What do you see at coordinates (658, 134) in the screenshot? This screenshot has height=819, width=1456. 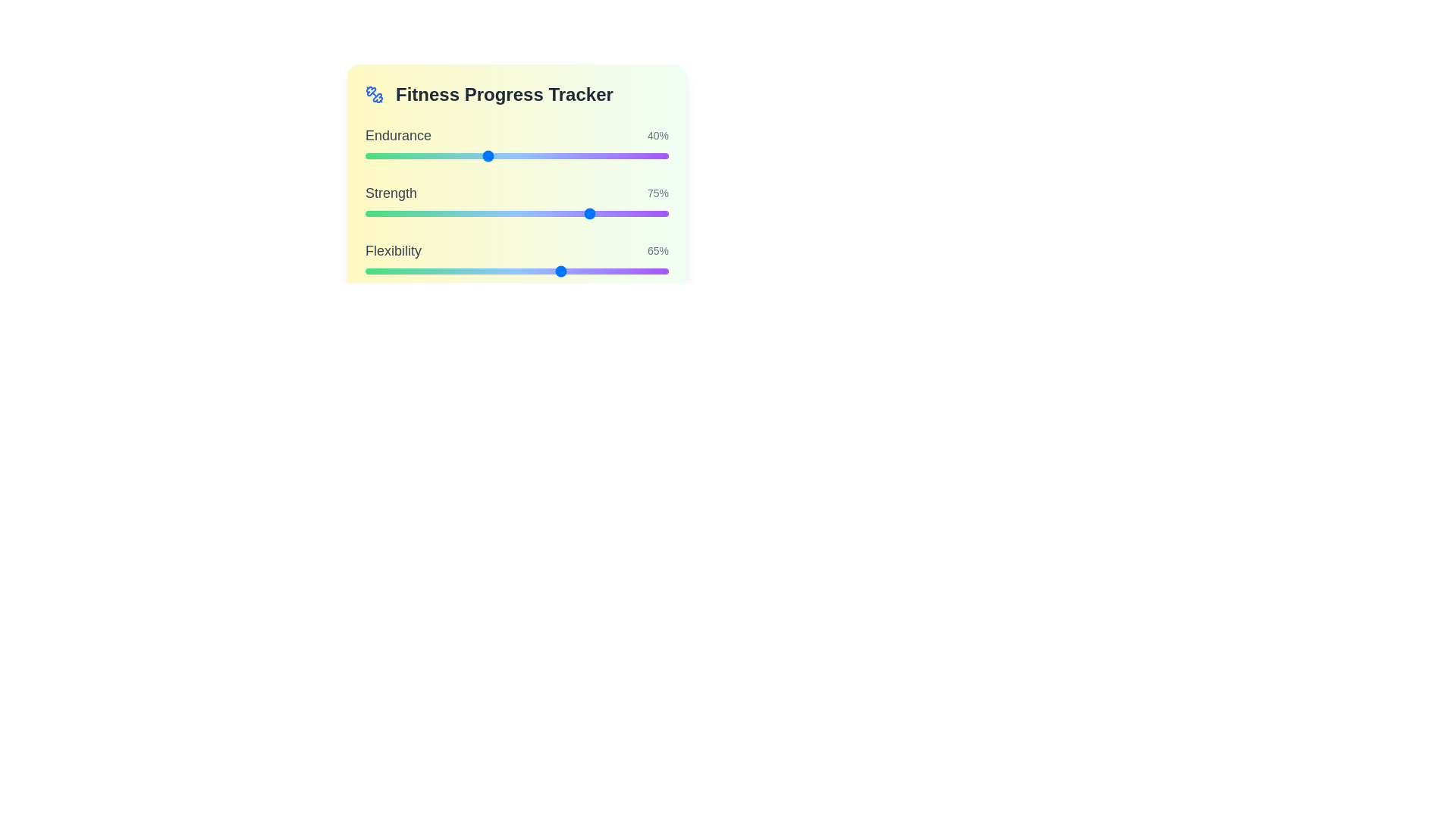 I see `text content displaying '40%' which is styled in a small muted gray font, positioned to the right of the 'Endurance' text and following a progress bar layout` at bounding box center [658, 134].